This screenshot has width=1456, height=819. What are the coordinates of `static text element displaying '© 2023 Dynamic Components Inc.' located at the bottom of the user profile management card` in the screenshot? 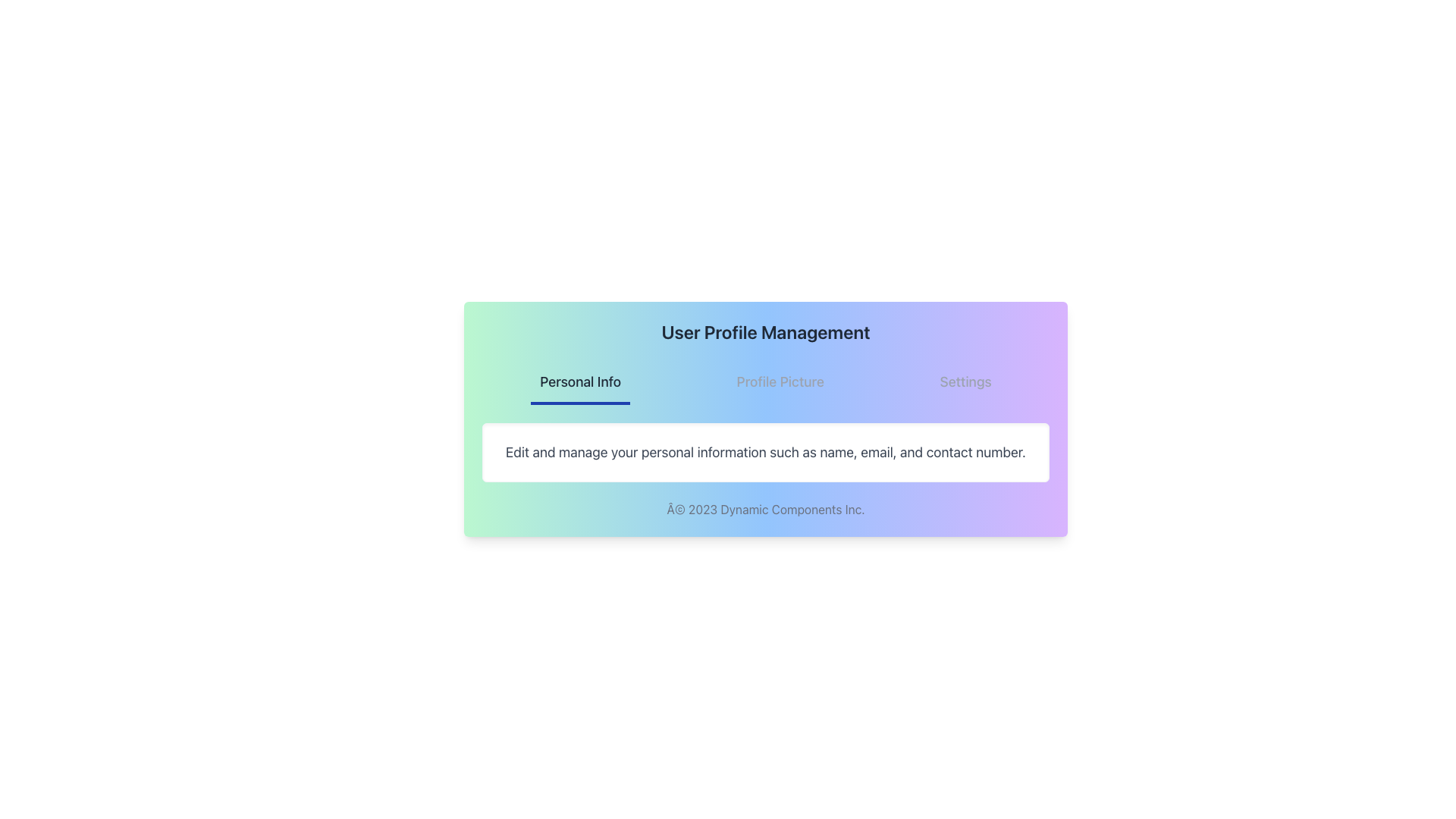 It's located at (765, 509).